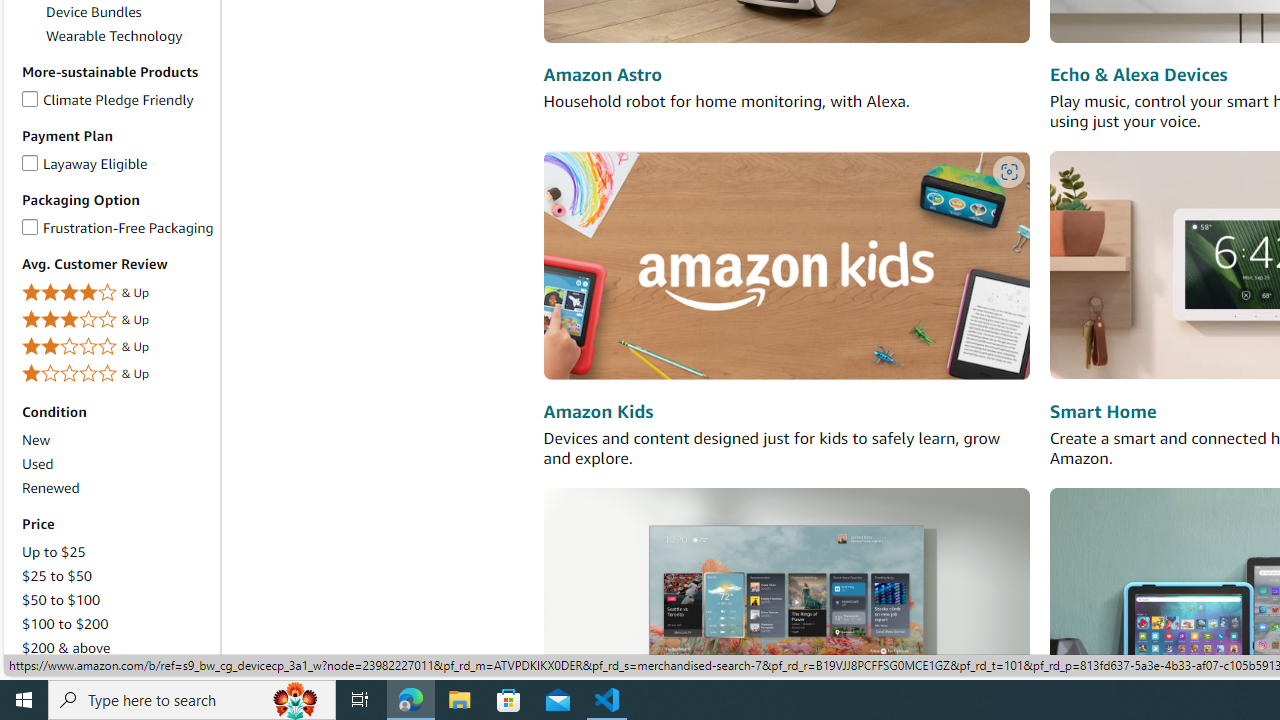  I want to click on 'Climate Pledge FriendlyClimate Pledge Friendly', so click(116, 100).